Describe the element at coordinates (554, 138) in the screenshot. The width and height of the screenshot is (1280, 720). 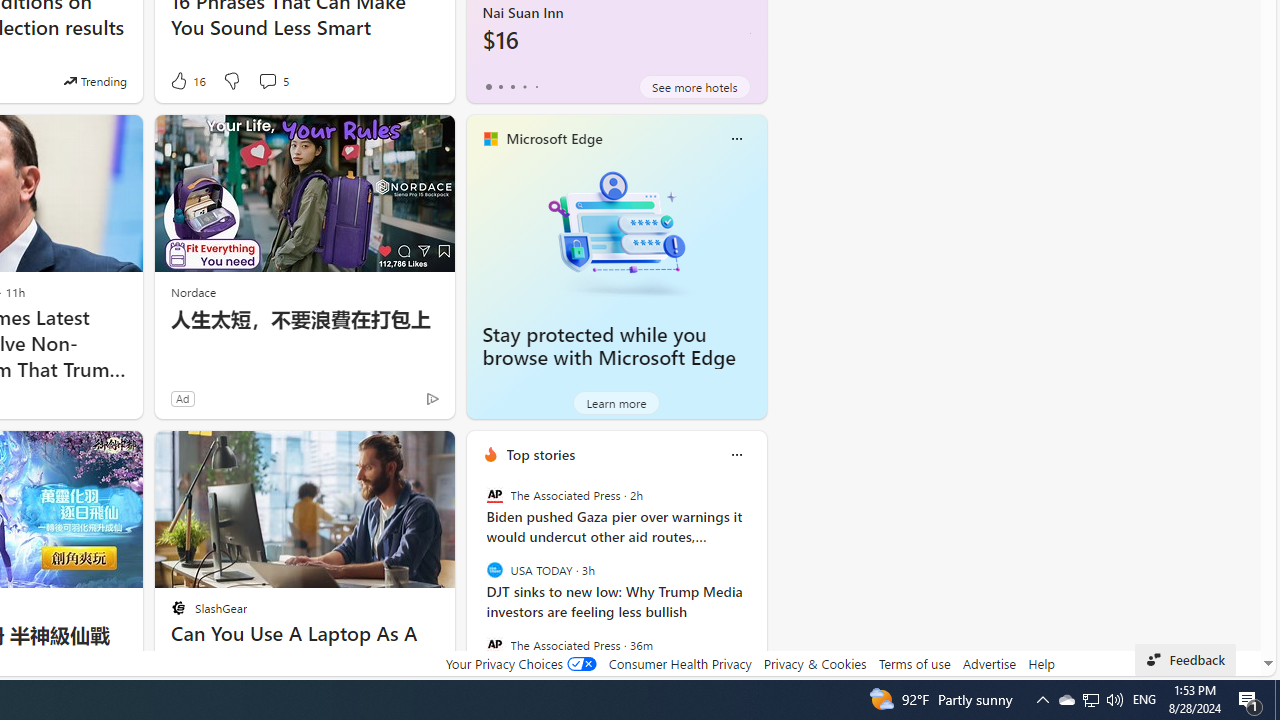
I see `'Microsoft Edge'` at that location.